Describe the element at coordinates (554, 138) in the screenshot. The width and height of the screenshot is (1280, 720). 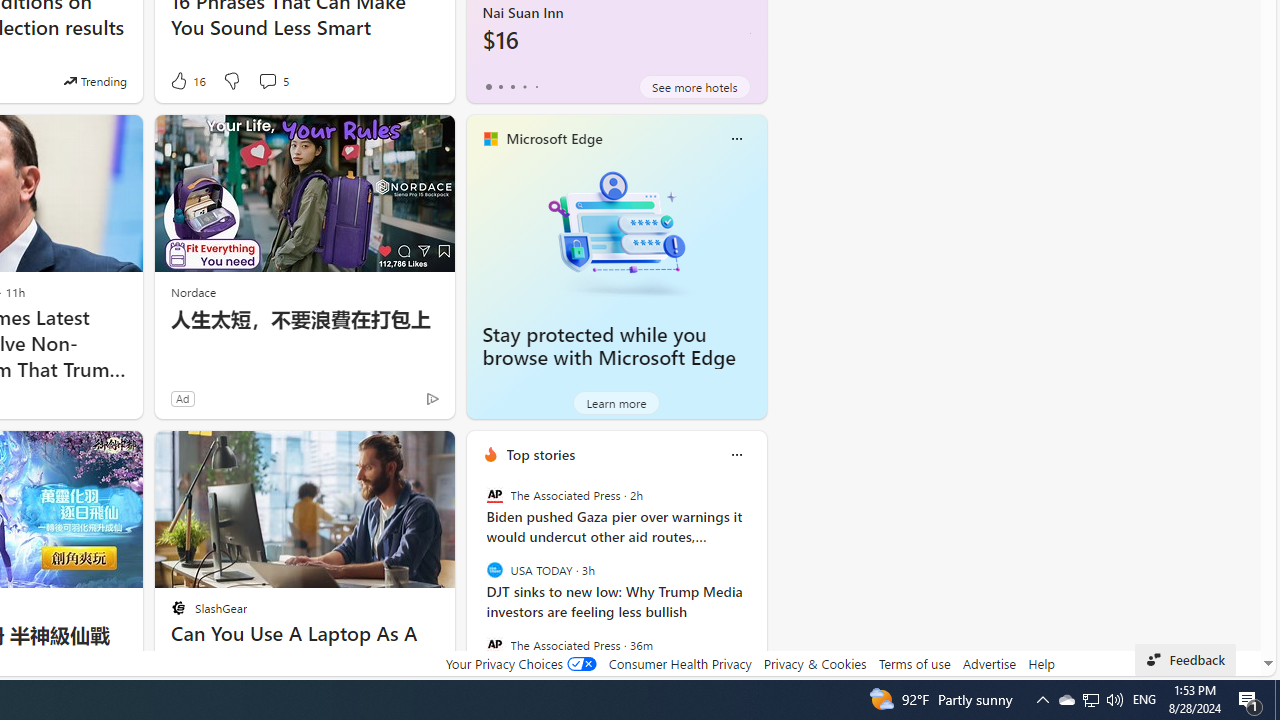
I see `'Microsoft Edge'` at that location.